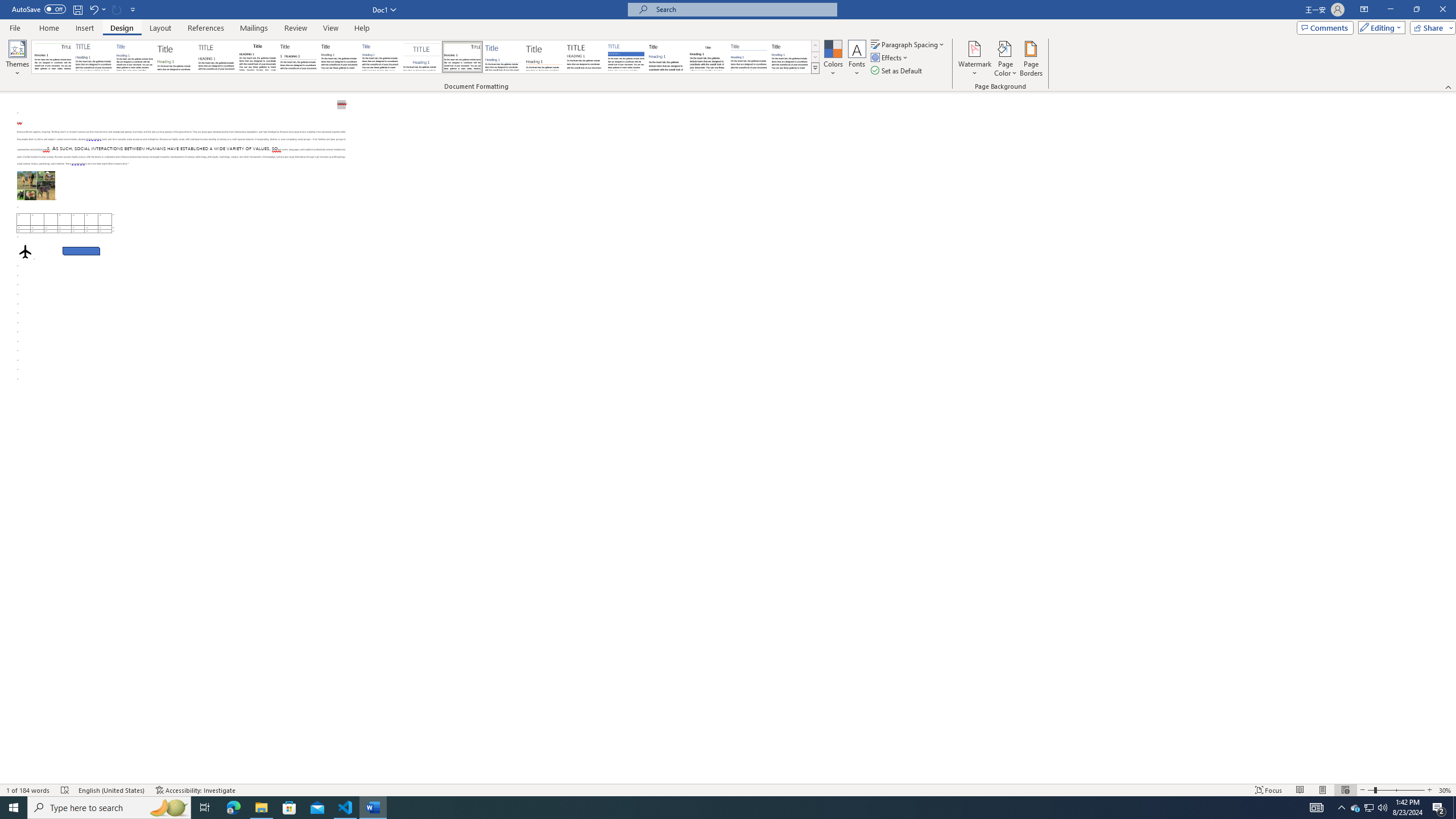 Image resolution: width=1456 pixels, height=819 pixels. Describe the element at coordinates (748, 56) in the screenshot. I see `'Word 2010'` at that location.